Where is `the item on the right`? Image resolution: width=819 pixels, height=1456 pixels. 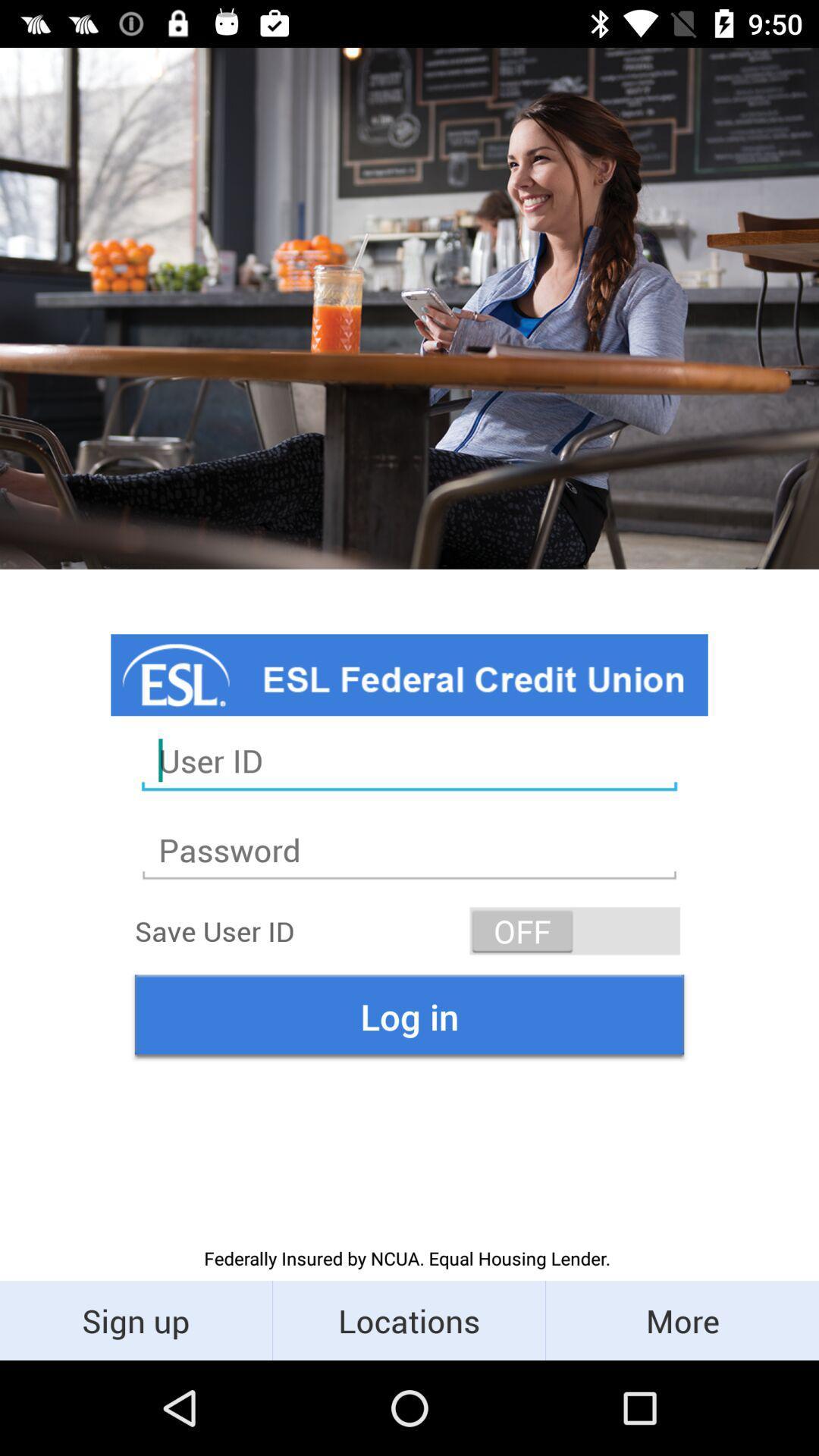 the item on the right is located at coordinates (575, 930).